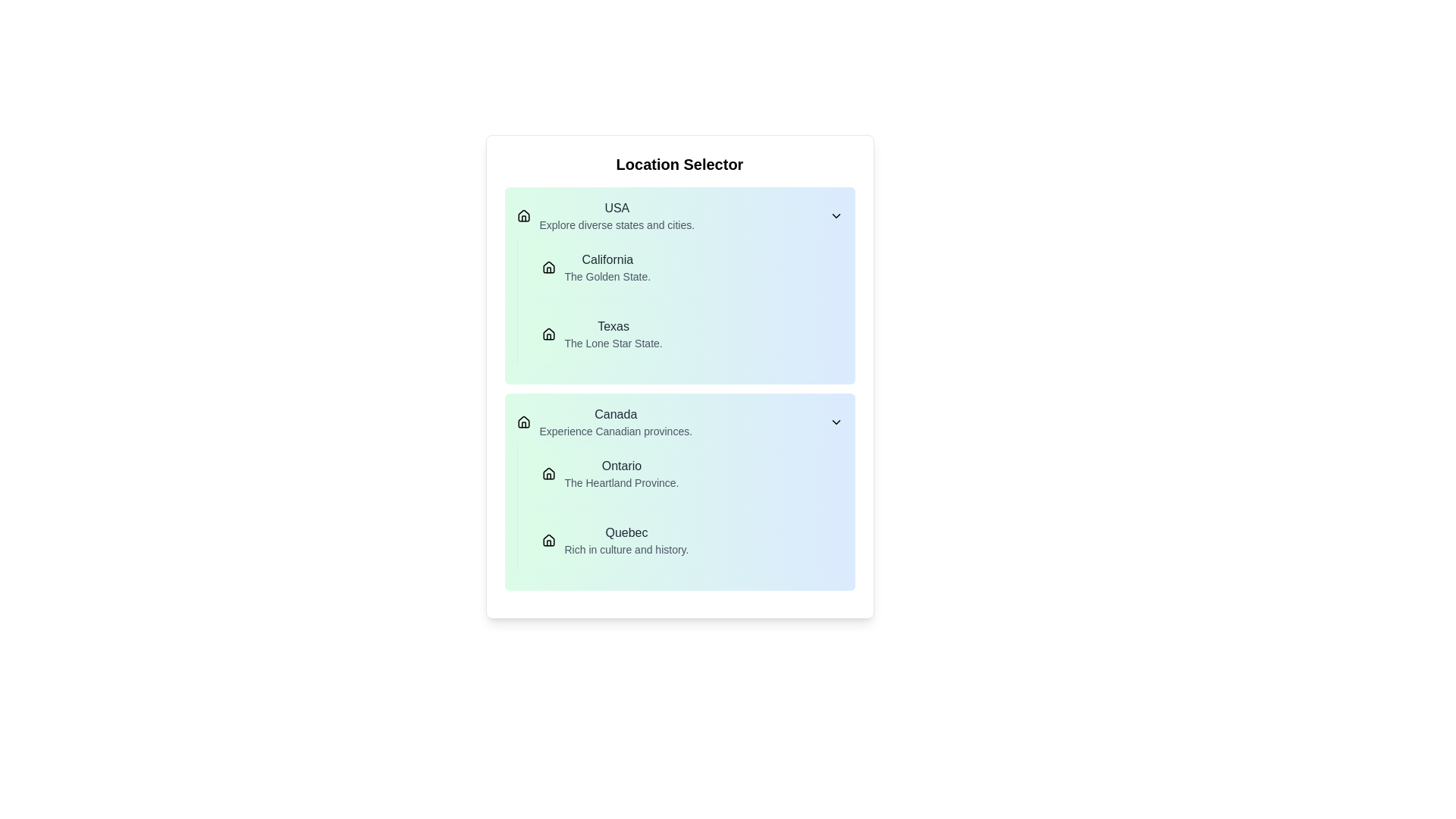 This screenshot has width=1456, height=819. What do you see at coordinates (548, 472) in the screenshot?
I see `the house icon located in the 'Canada' section, adjacent to the text 'Ontario'` at bounding box center [548, 472].